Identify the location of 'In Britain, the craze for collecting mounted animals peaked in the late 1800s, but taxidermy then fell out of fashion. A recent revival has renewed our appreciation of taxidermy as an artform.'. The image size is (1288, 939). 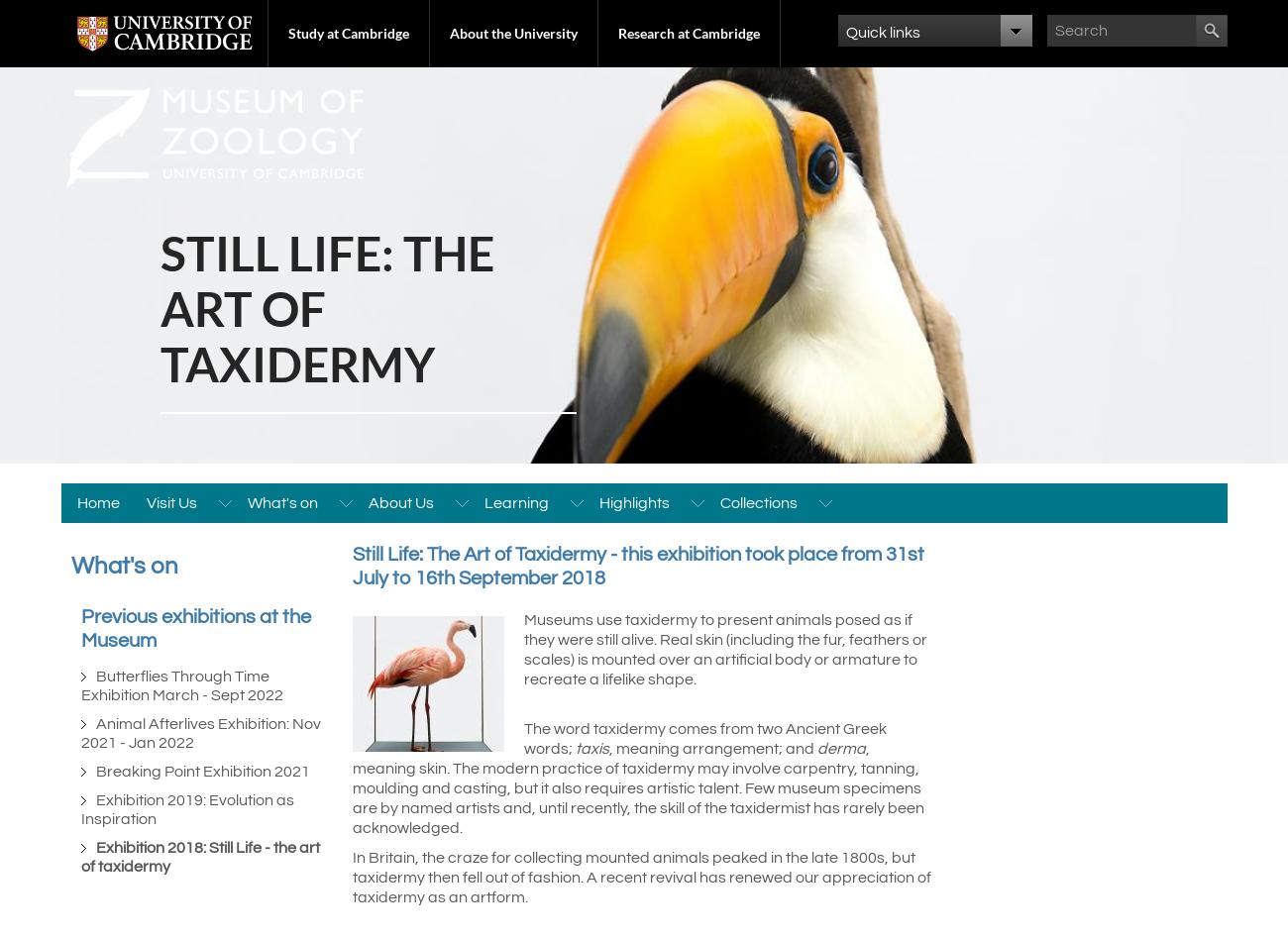
(641, 877).